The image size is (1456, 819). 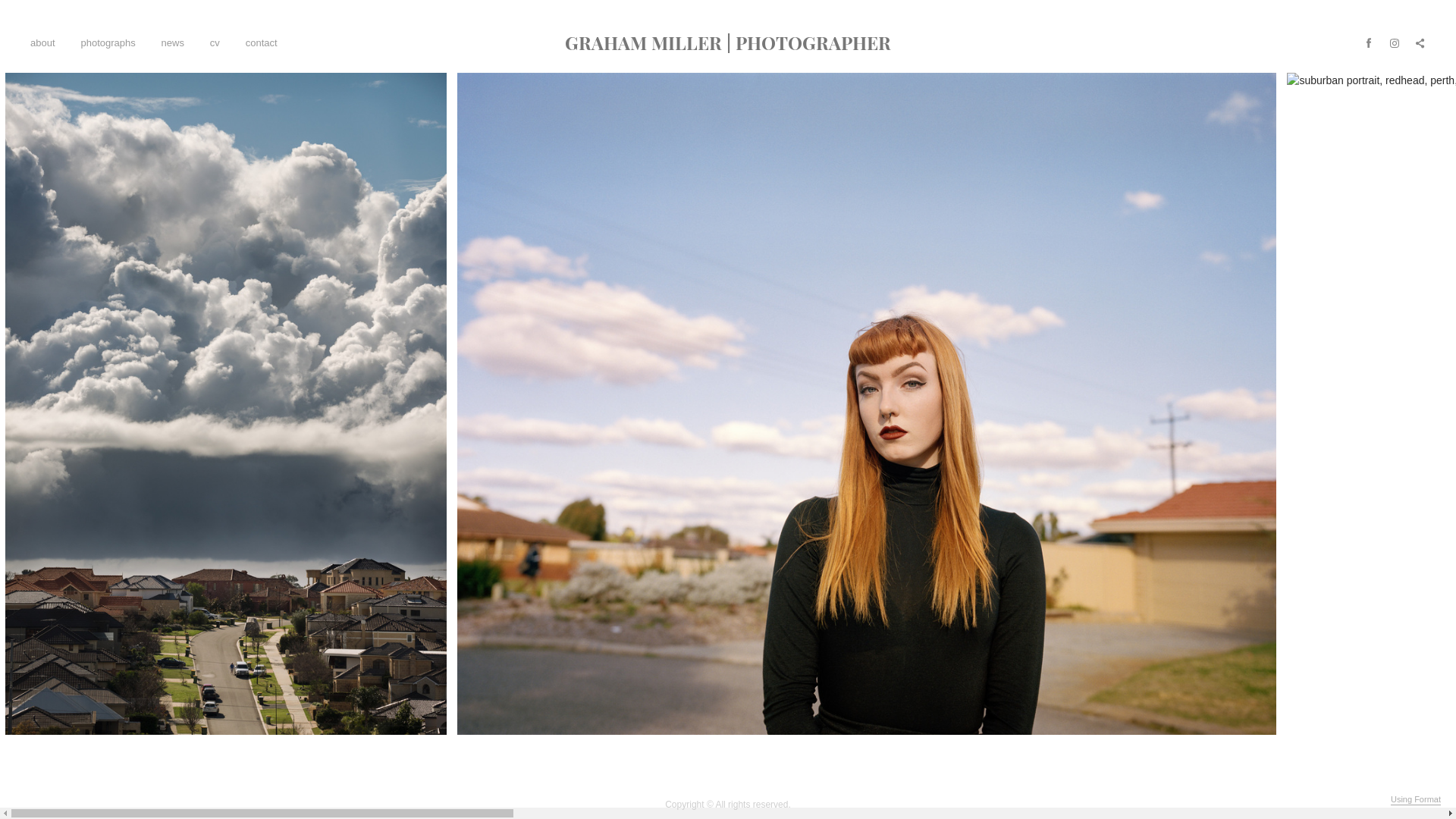 I want to click on 'cv', so click(x=209, y=42).